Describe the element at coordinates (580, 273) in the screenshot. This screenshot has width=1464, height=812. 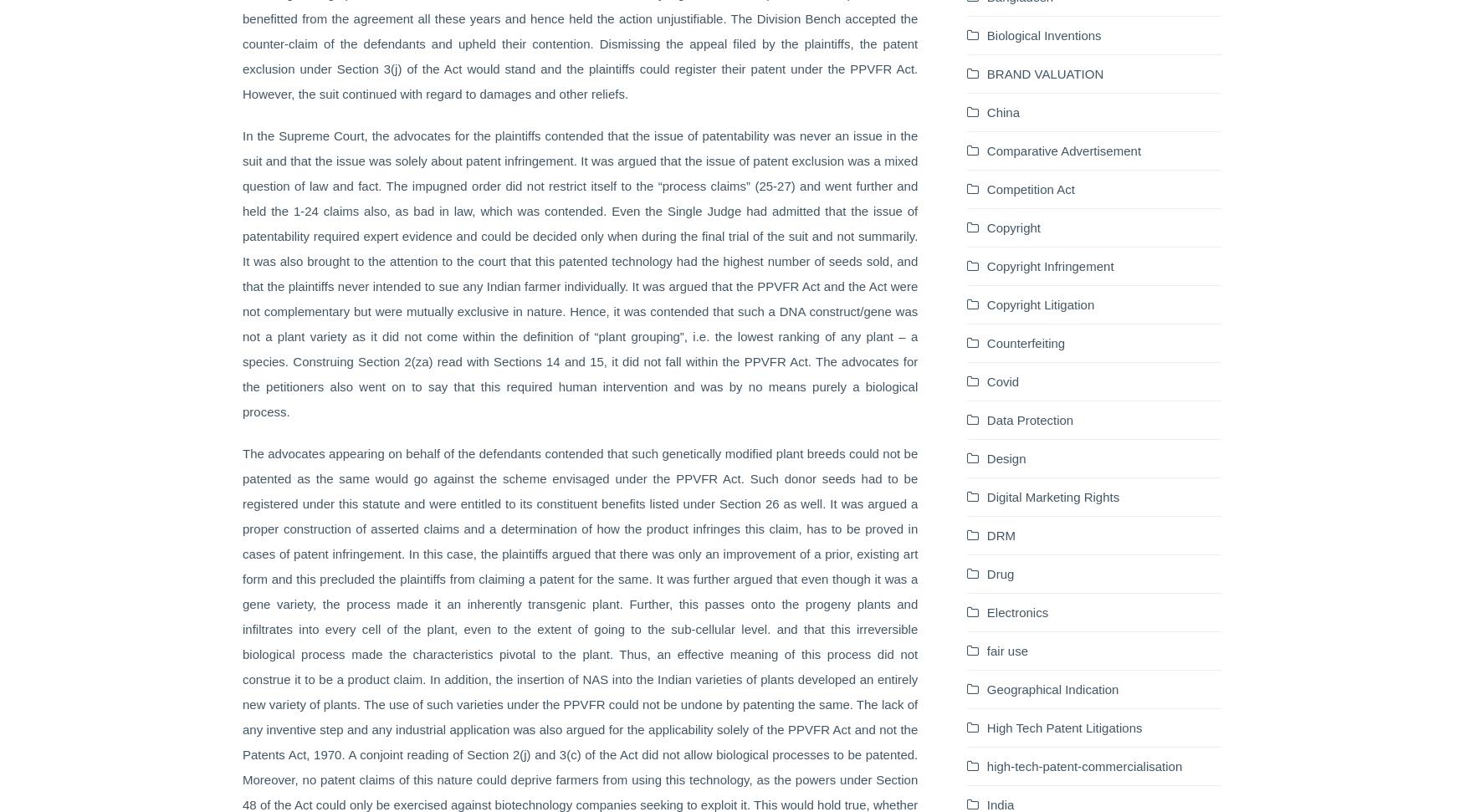
I see `'In the Supreme Court, the advocates for the plaintiffs contended that the issue of patentability was never an issue in the suit and that the issue was solely about patent infringement. It was argued that the issue of patent exclusion was a mixed question of law and fact. The impugned order did not restrict itself to the “process claims” (25-27) and went further and held the 1-24 claims also, as bad in law, which was contended. Even the Single Judge had admitted that the issue of patentability required expert evidence and could be decided only when during the final trial of the suit and not summarily. It was also brought to the attention to the court that this patented technology had the highest number of seeds sold, and that the plaintiffs never intended to sue any Indian farmer individually. It was argued that the PPVFR Act and the Act were not complementary but were mutually exclusive in nature. Hence, it was contended that such a DNA construct/gene was not a plant variety as it did not come within the definition of “plant grouping”, i.e. the lowest ranking of any plant – a species. Construing Section 2(za) read with Sections 14 and 15, it did not fall within the PPVFR Act. The advocates for the petitioners also went on to say that this required human intervention and was by no means purely a biological process.'` at that location.